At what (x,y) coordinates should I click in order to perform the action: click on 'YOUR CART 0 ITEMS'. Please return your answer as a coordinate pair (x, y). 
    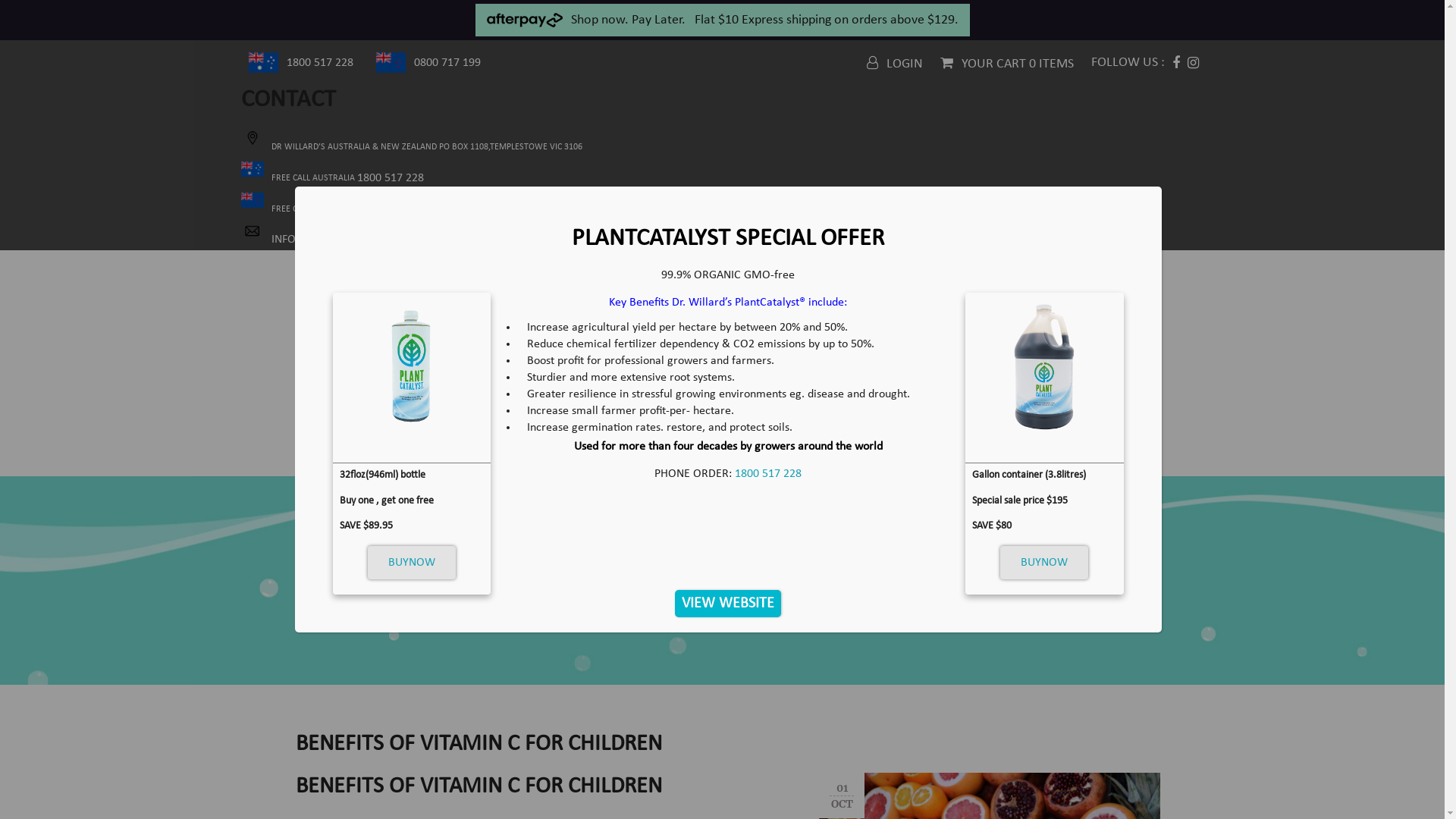
    Looking at the image, I should click on (939, 63).